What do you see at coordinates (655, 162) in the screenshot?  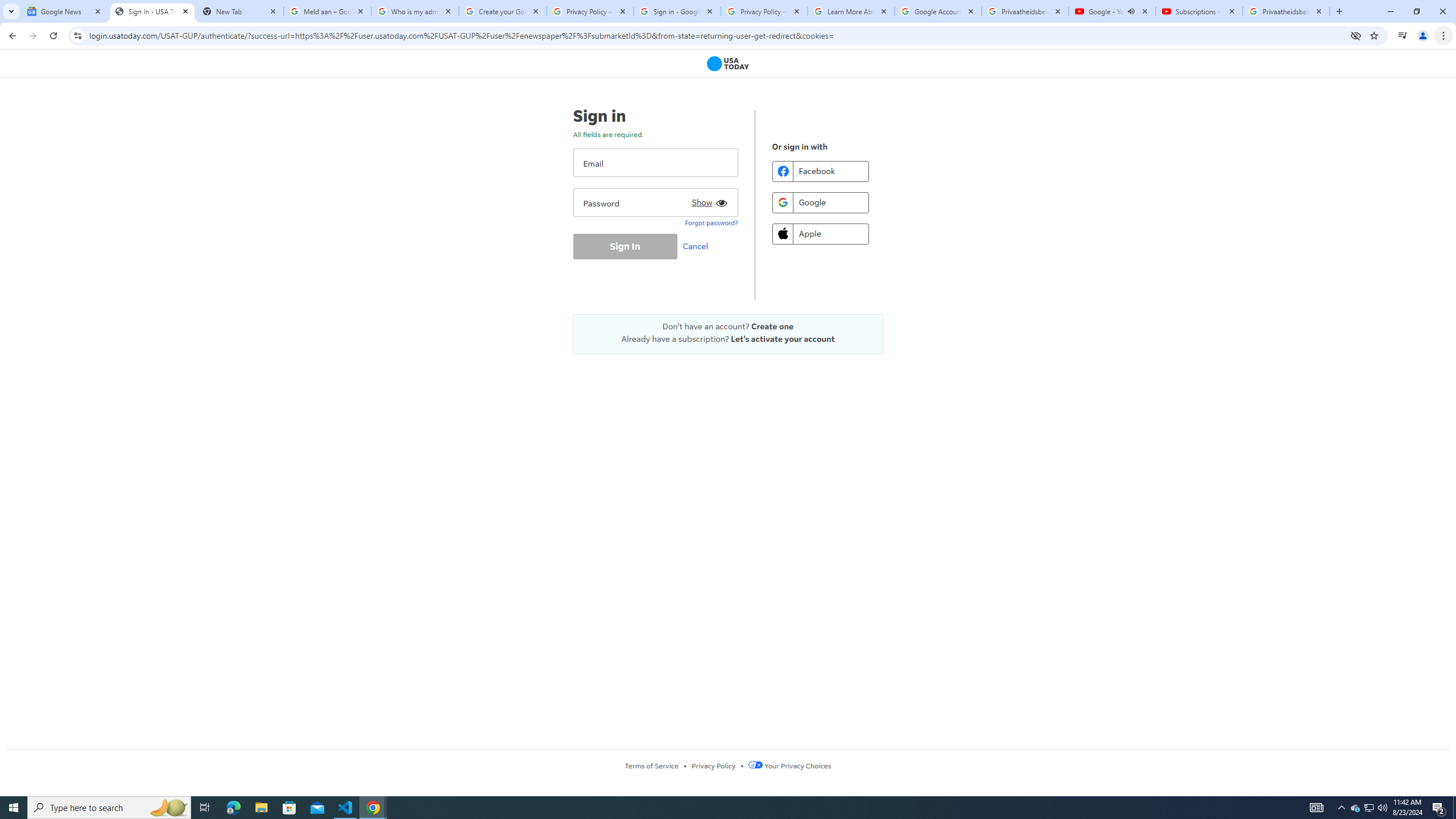 I see `'Account Username'` at bounding box center [655, 162].